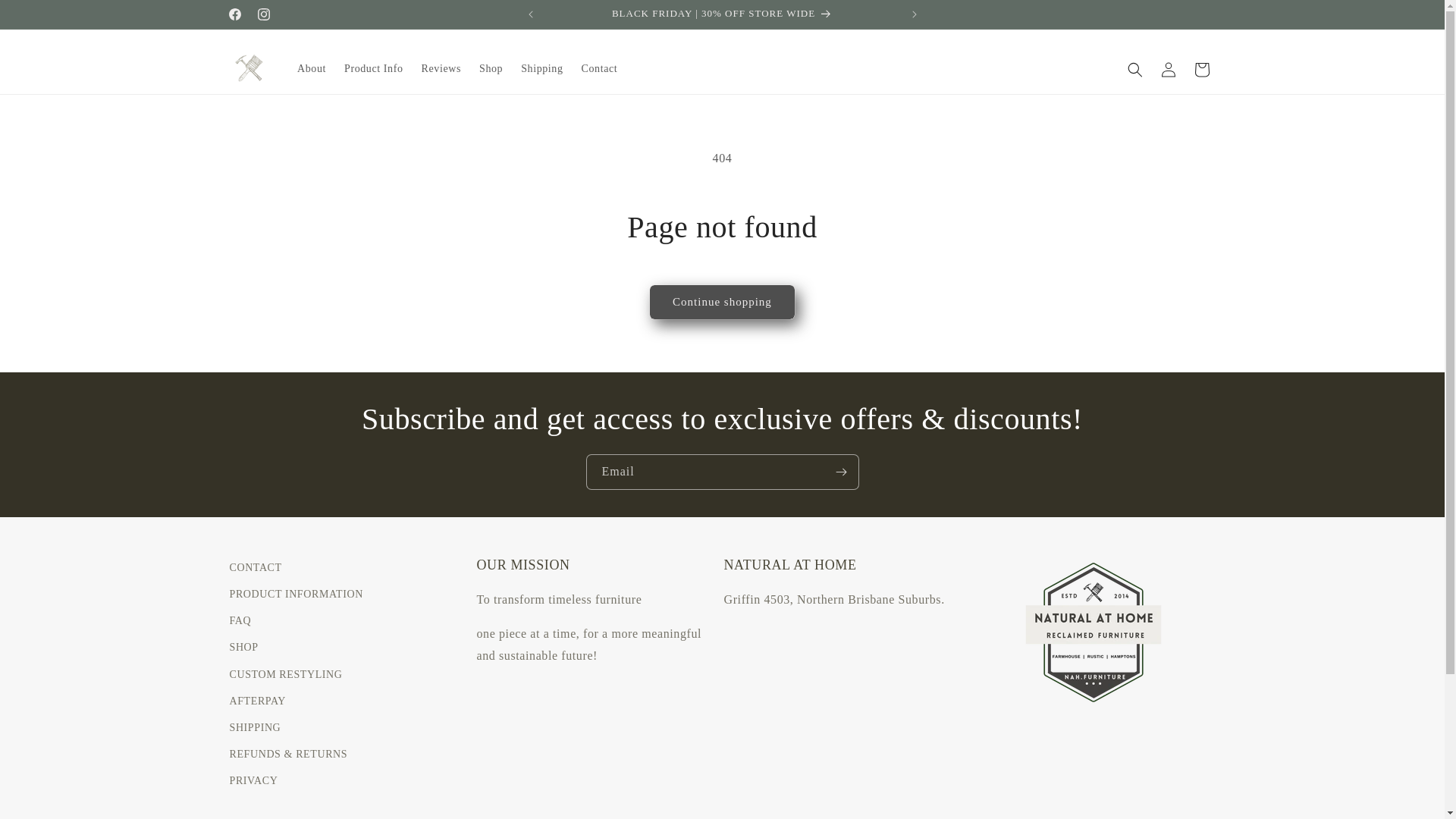 This screenshot has height=819, width=1456. What do you see at coordinates (257, 701) in the screenshot?
I see `'AFTERPAY'` at bounding box center [257, 701].